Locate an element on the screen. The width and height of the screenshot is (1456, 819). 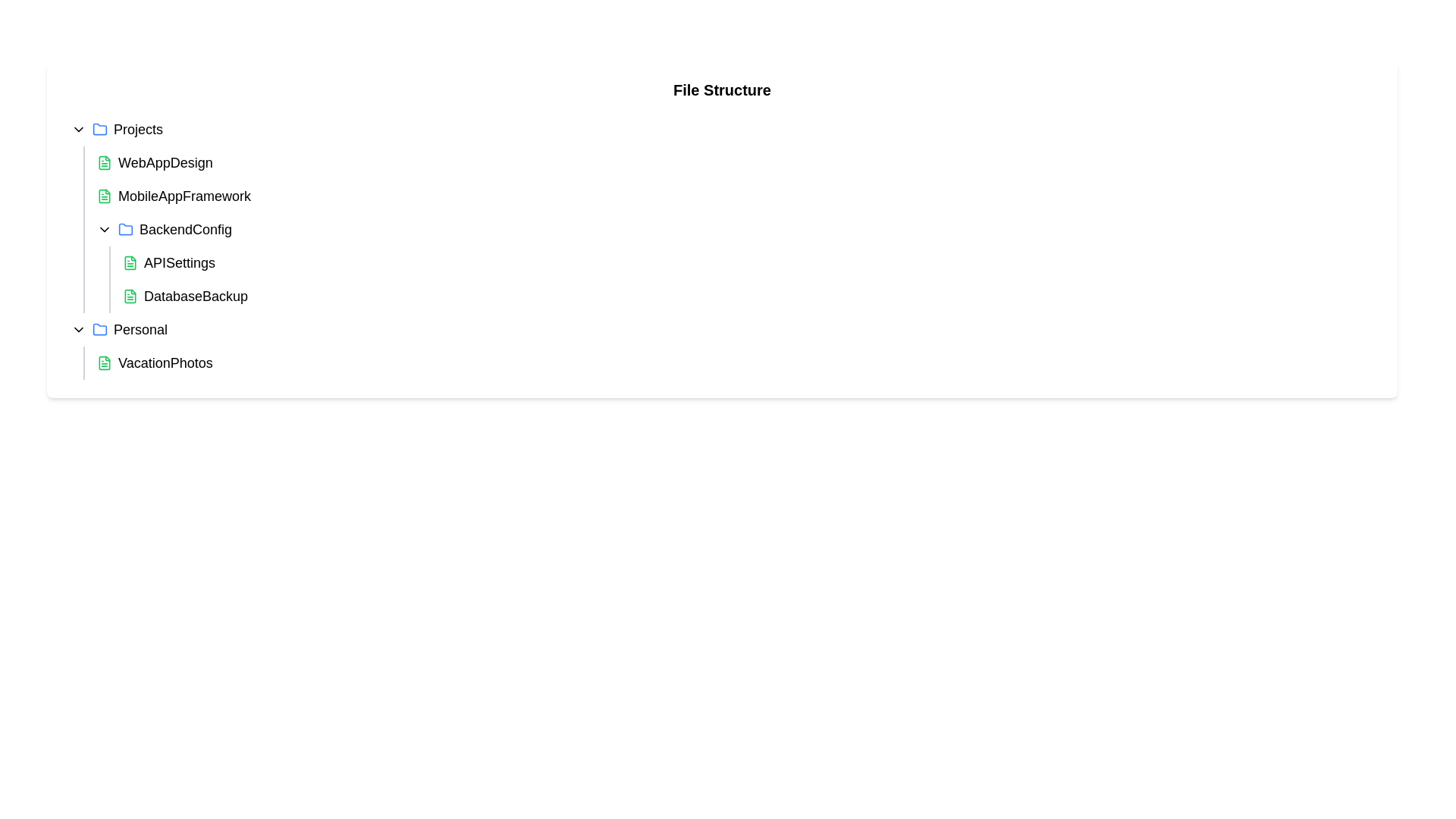
the stylized blue folder icon located in the 'Personal' section, below the 'Projects' folder and above 'VacationPhotos' is located at coordinates (99, 328).